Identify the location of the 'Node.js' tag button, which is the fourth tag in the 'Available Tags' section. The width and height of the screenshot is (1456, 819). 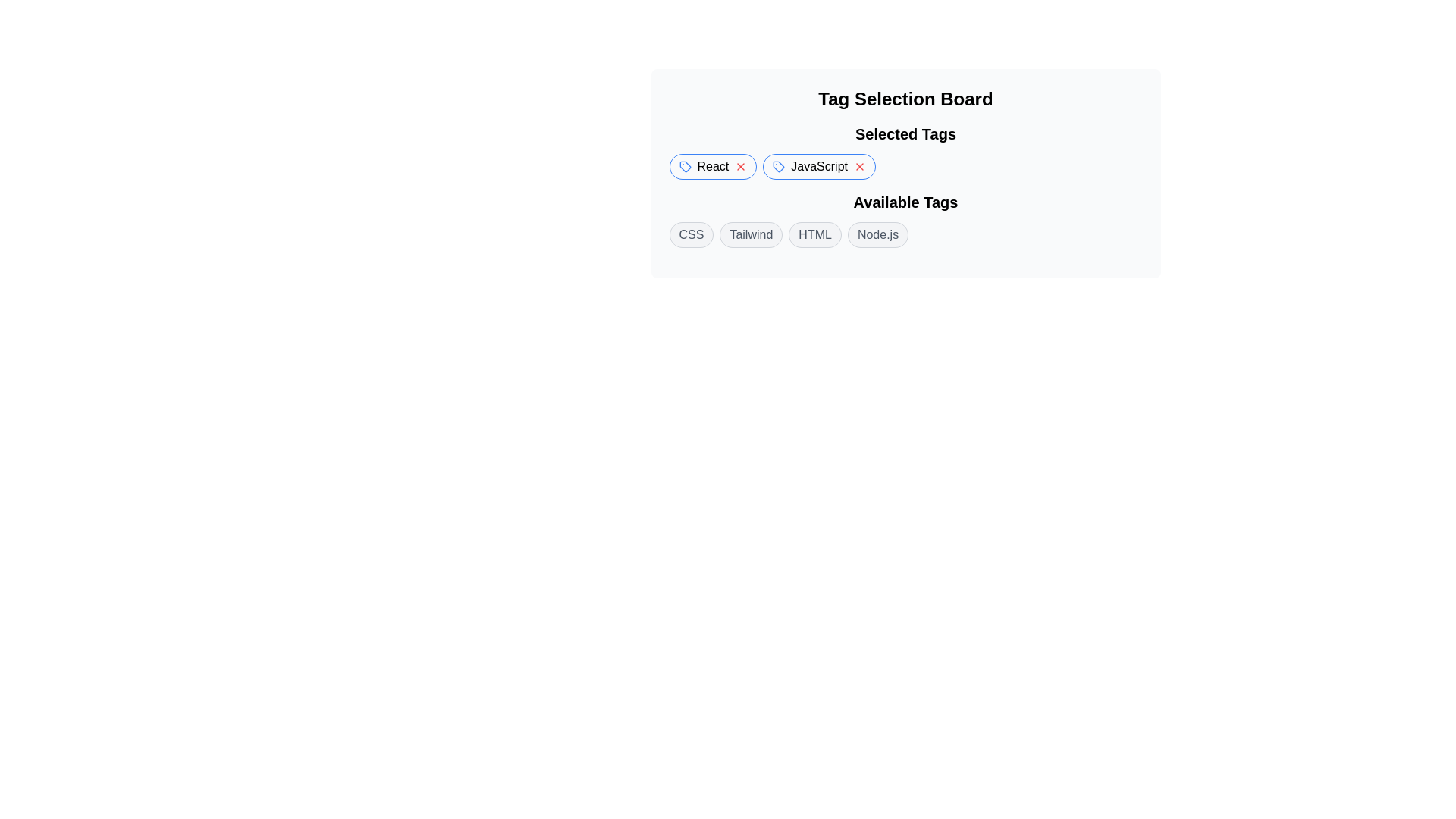
(877, 234).